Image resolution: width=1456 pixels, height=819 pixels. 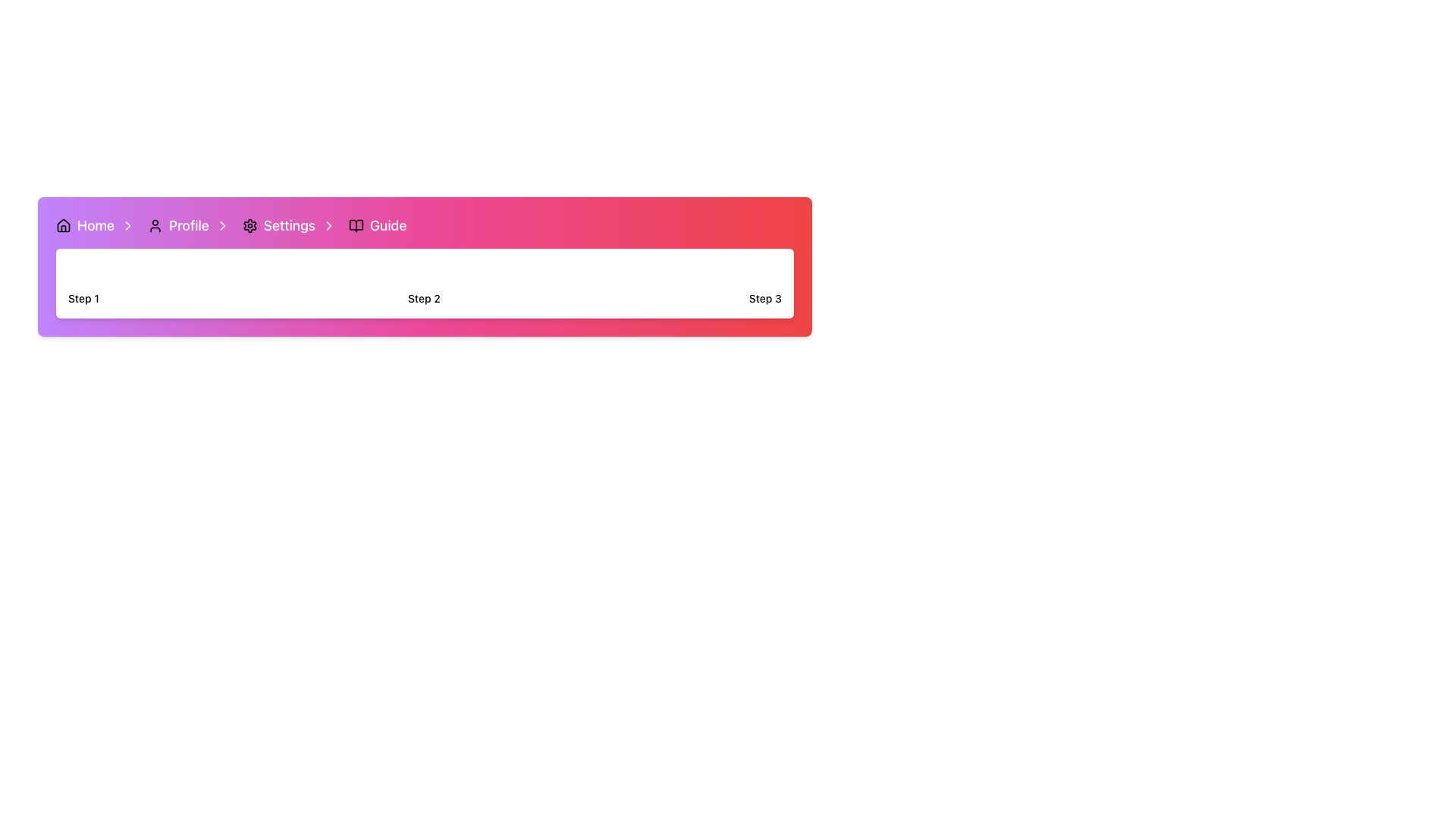 I want to click on the Home navigation link located in the horizontal navigation bar at the top of the interface, so click(x=95, y=225).